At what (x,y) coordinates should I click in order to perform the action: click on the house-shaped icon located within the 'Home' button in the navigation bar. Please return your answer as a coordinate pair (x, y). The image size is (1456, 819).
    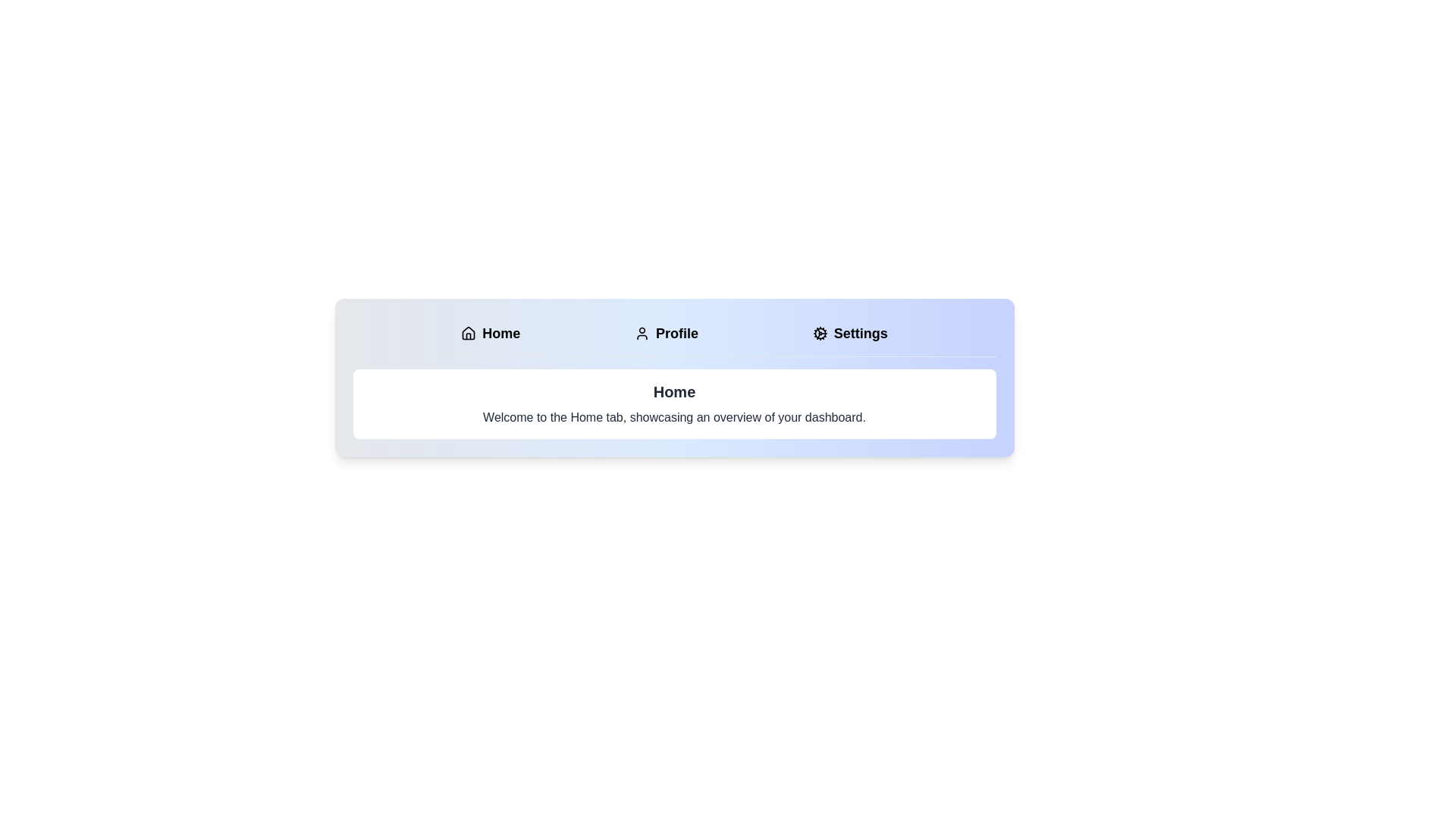
    Looking at the image, I should click on (468, 332).